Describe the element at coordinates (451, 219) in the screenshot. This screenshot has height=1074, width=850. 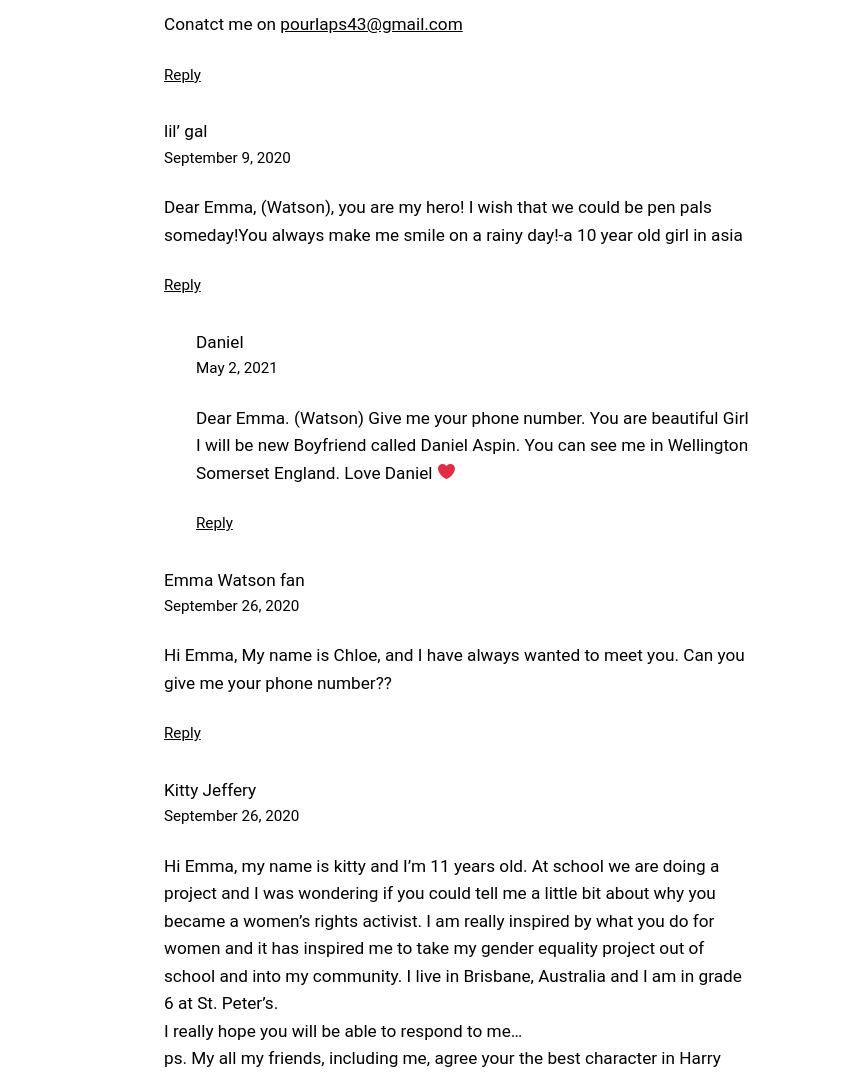
I see `'Dear Emma, (Watson), you are my hero! I wish that we could be pen pals someday!You always make me smile on a rainy day!-a 10 year old girl in asia'` at that location.